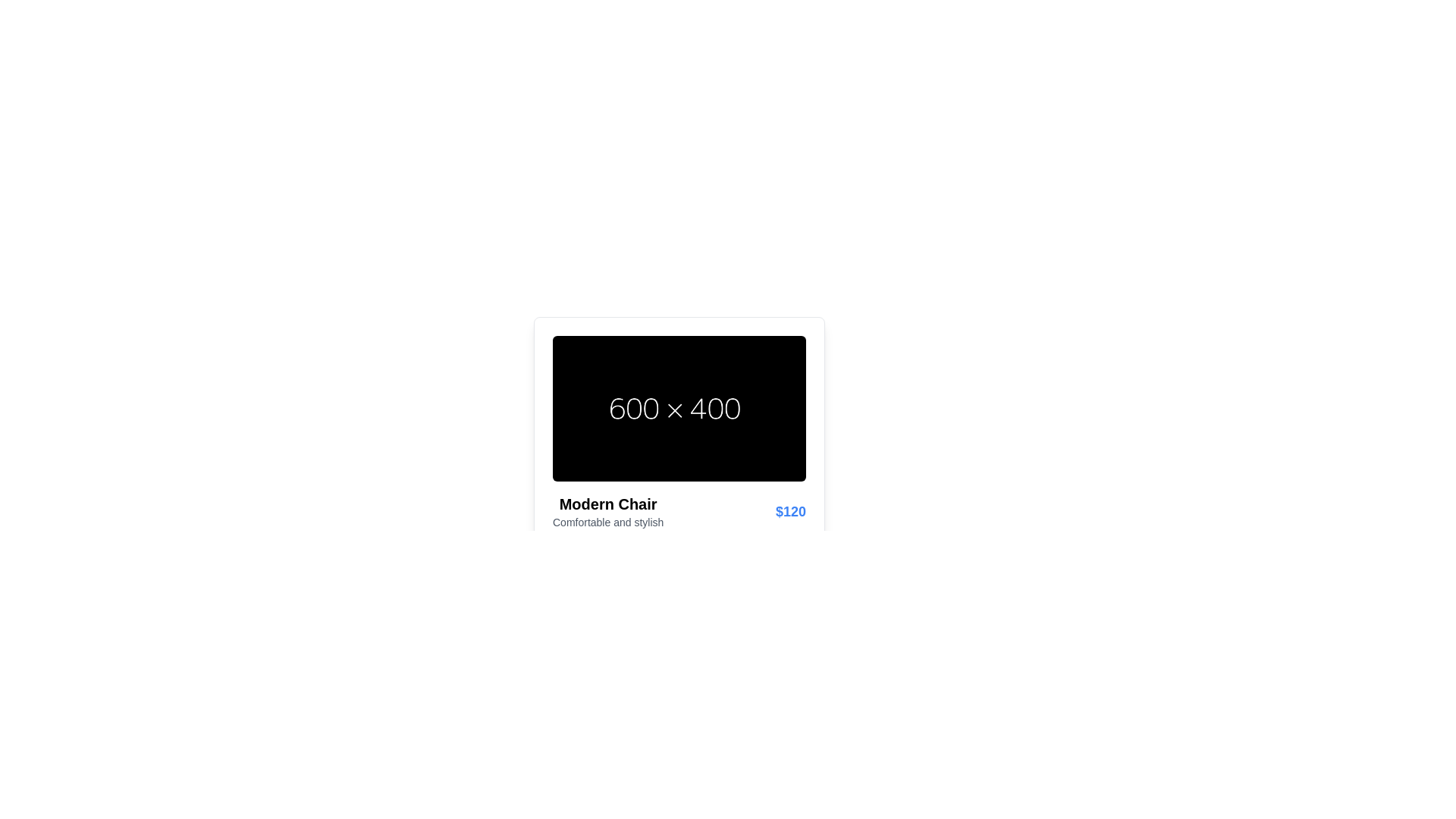  I want to click on text label identifying the product as 'Modern Chair', located in the bottom-left corner of the card above the description 'Comfortable and stylish', so click(608, 504).